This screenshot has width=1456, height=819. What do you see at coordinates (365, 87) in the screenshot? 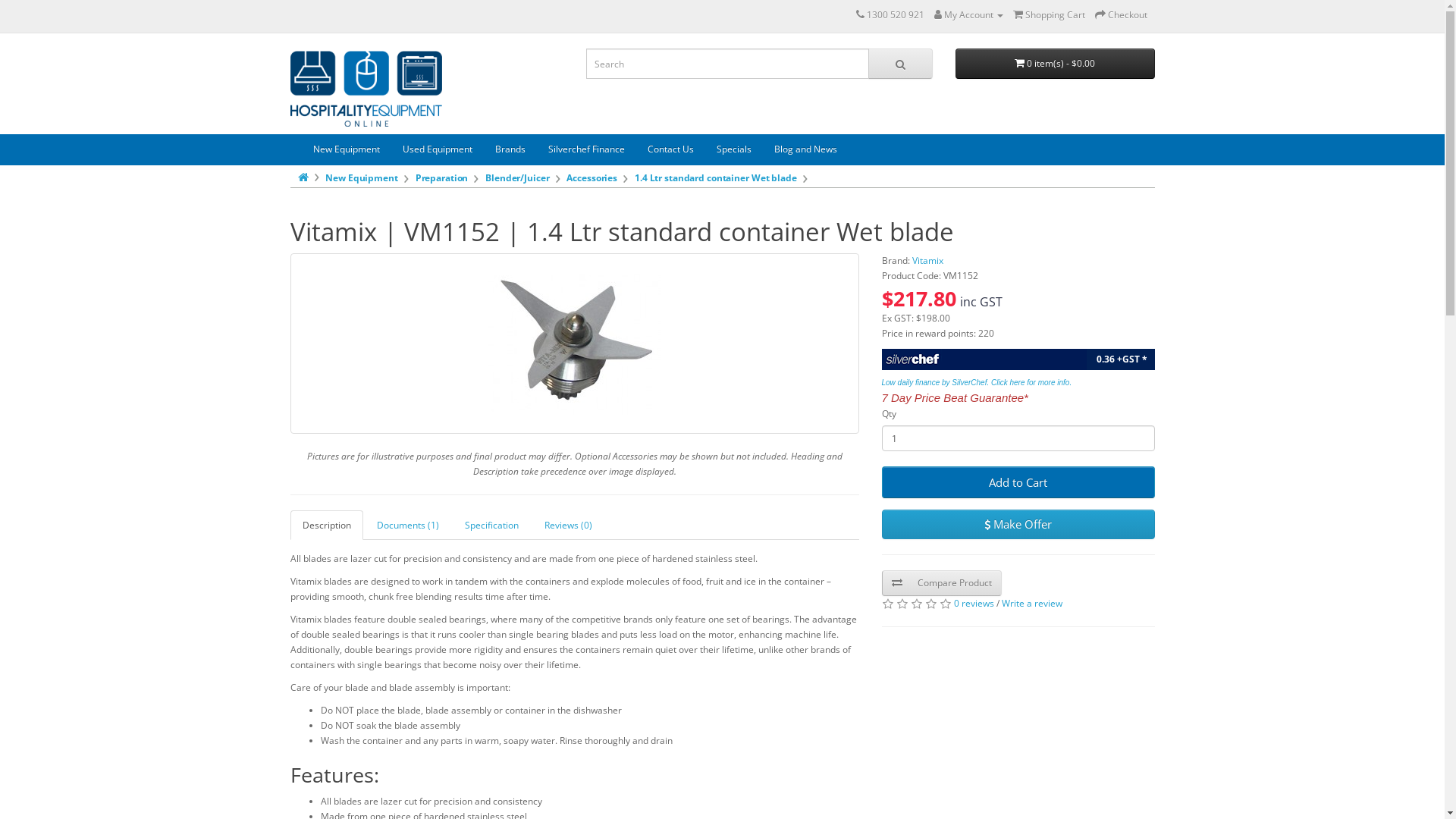
I see `'Hospitality Equipment Online'` at bounding box center [365, 87].